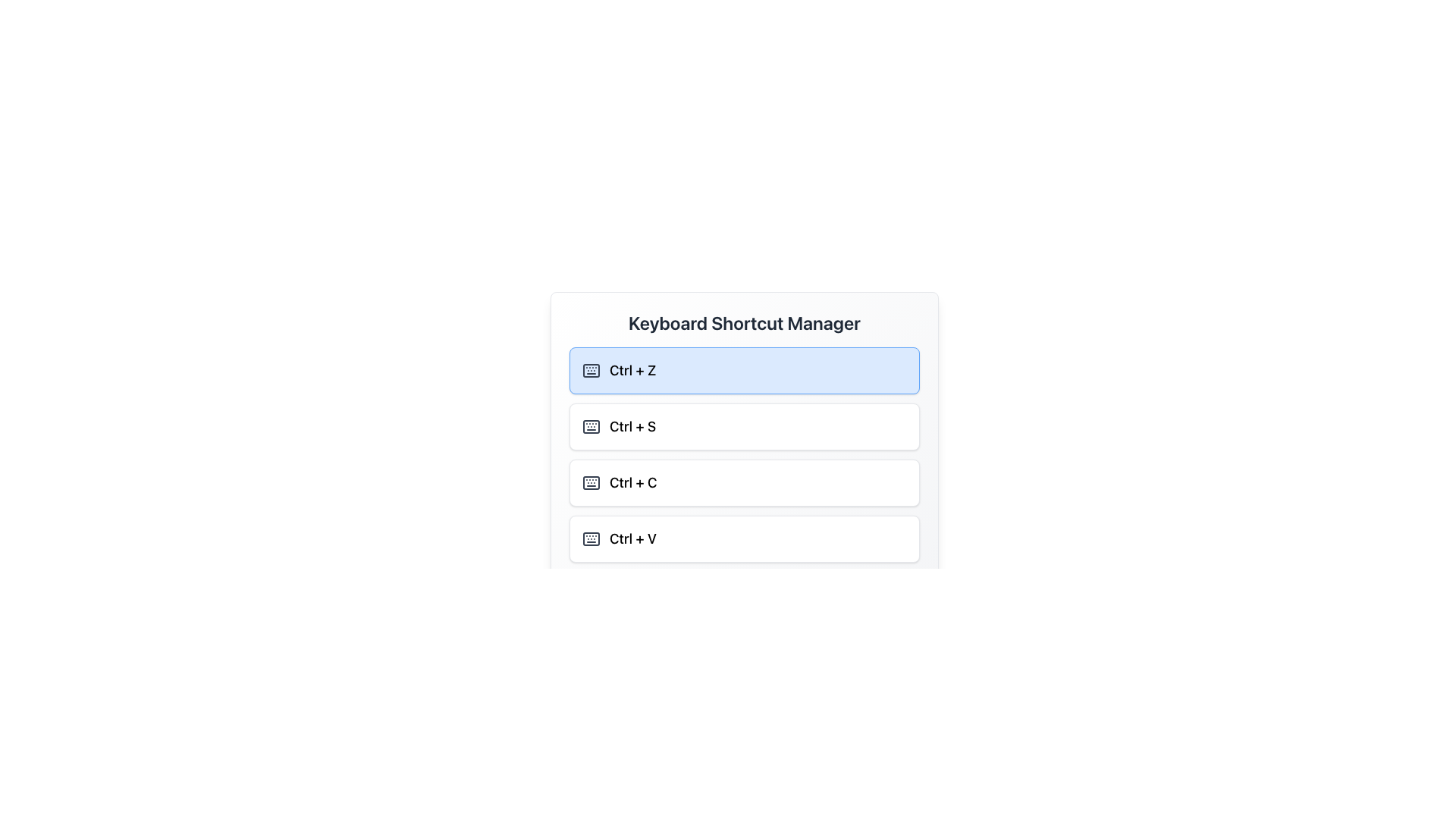 The width and height of the screenshot is (1456, 819). What do you see at coordinates (745, 371) in the screenshot?
I see `the topmost entry in the vertical list of keyboard shortcuts labeled 'Ctrl + Z'` at bounding box center [745, 371].